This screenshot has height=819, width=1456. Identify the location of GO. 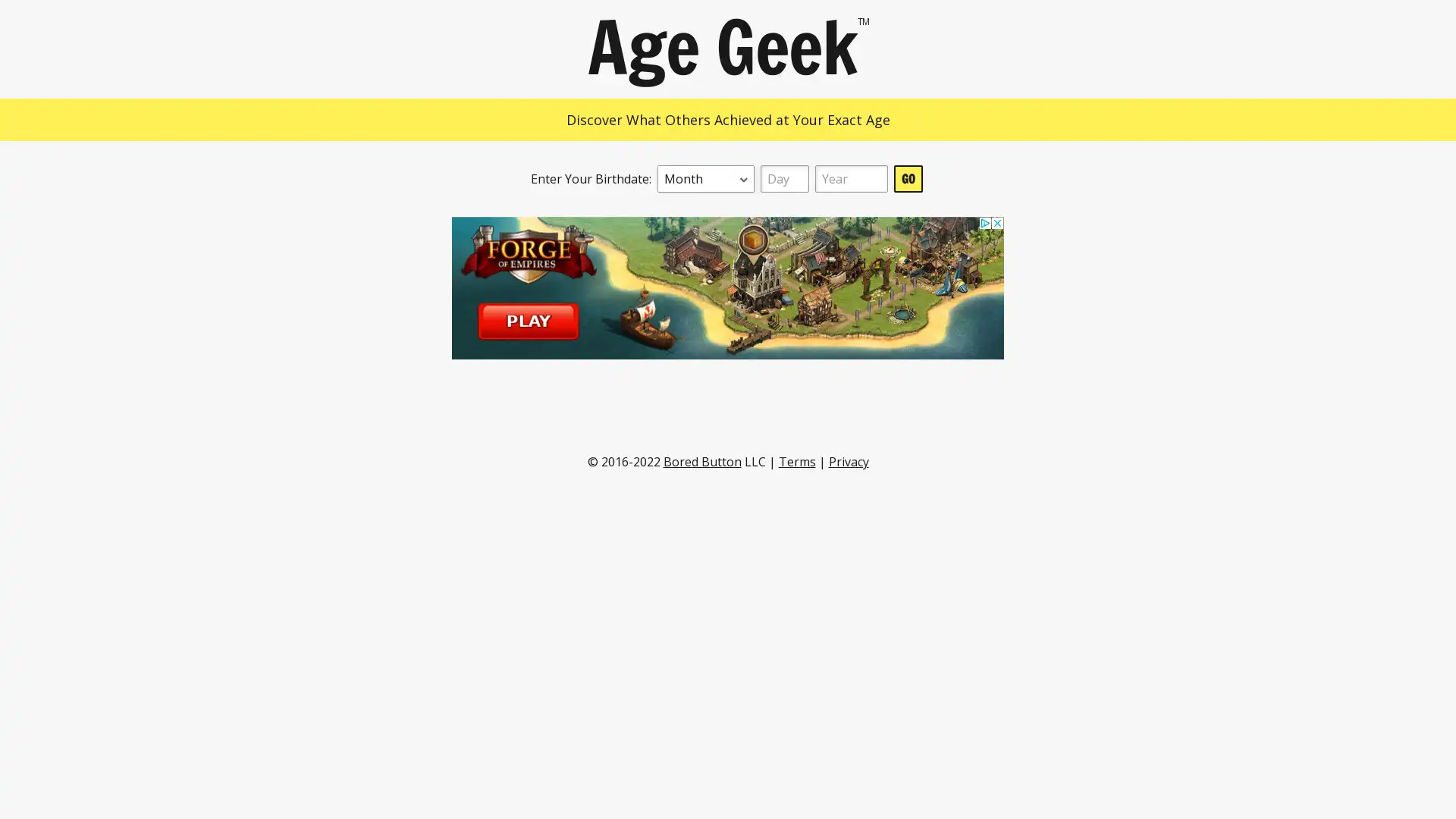
(908, 177).